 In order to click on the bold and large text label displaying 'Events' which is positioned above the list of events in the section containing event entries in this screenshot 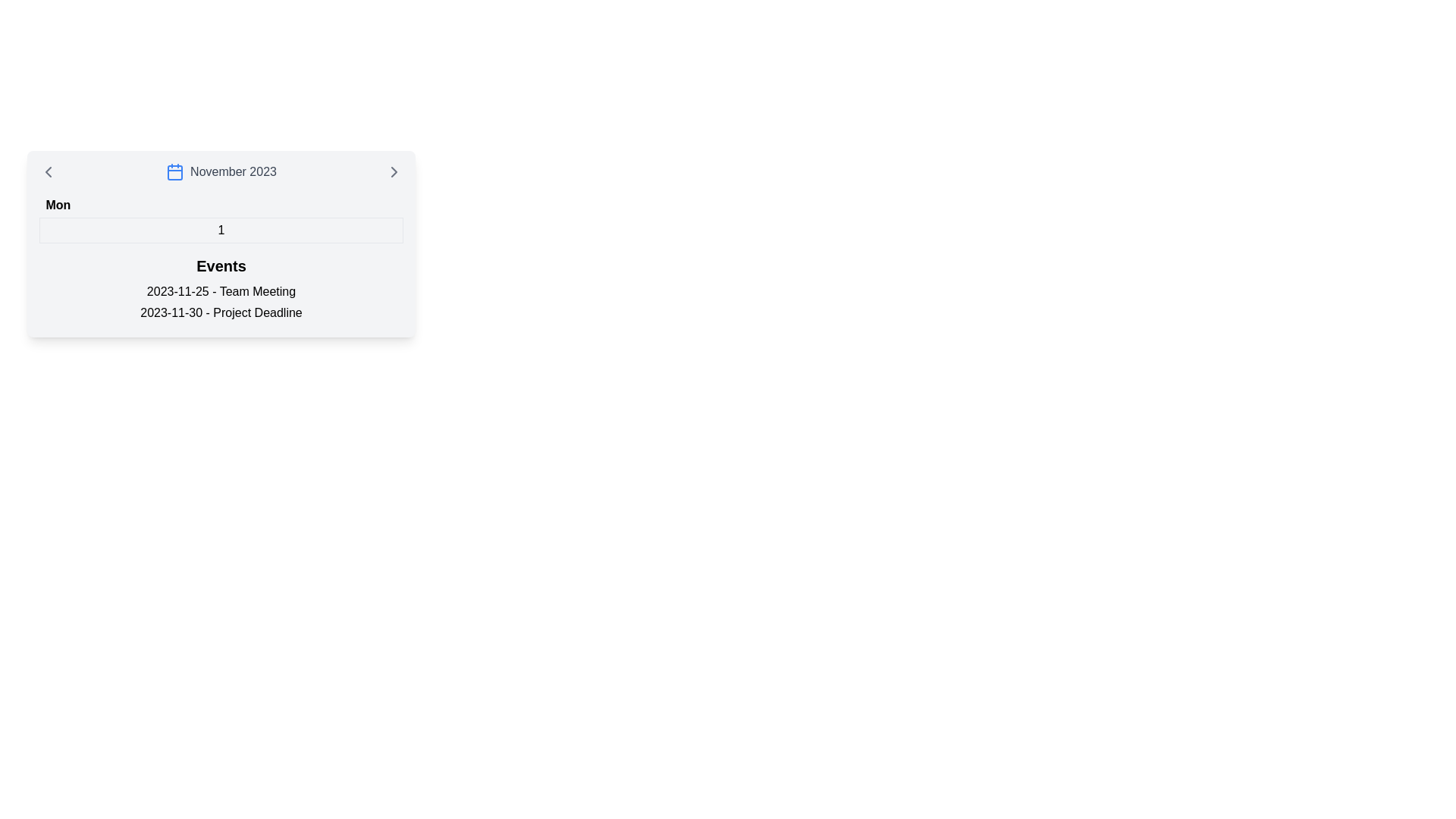, I will do `click(221, 265)`.